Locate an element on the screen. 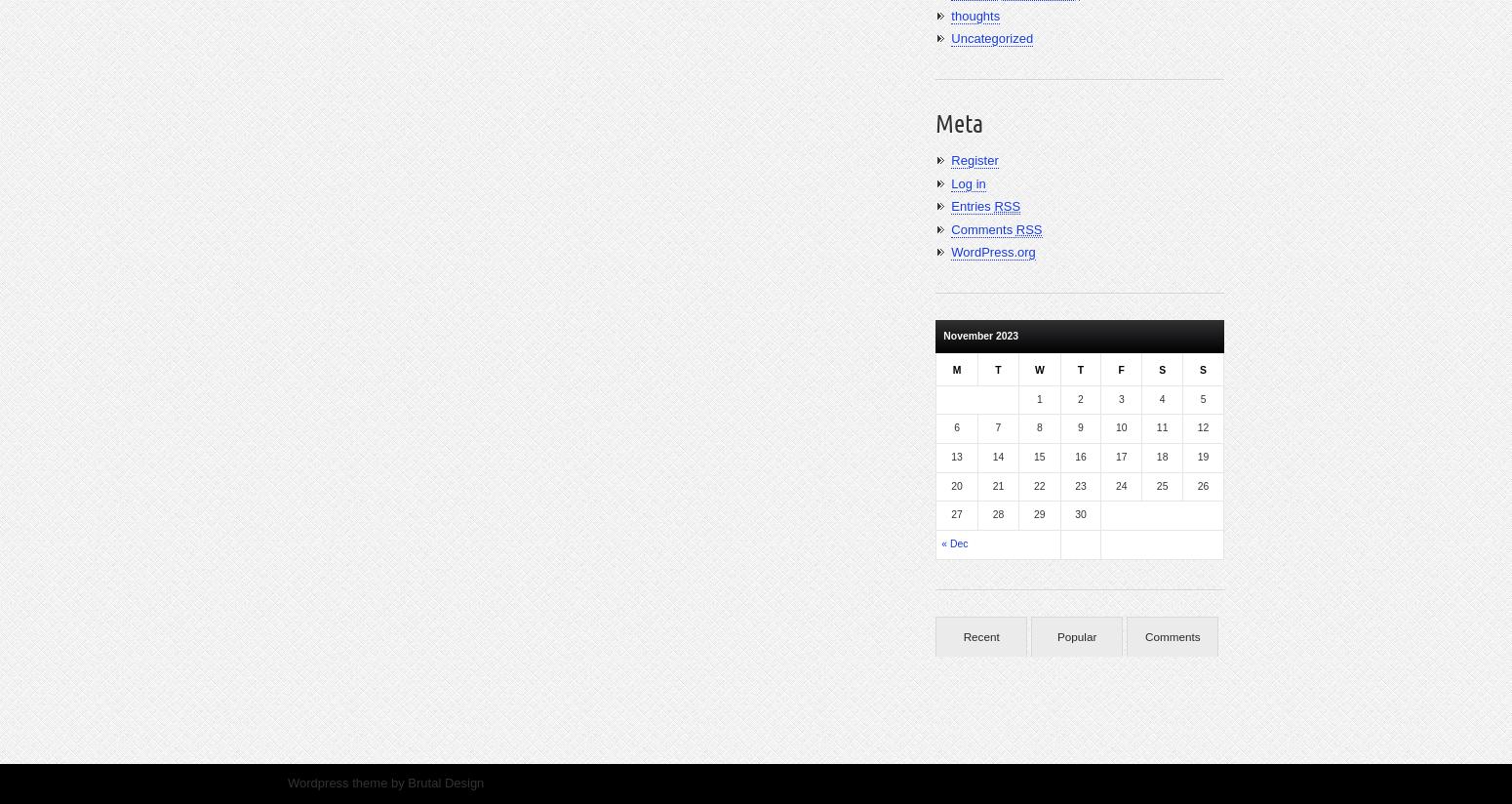  '22' is located at coordinates (1039, 484).